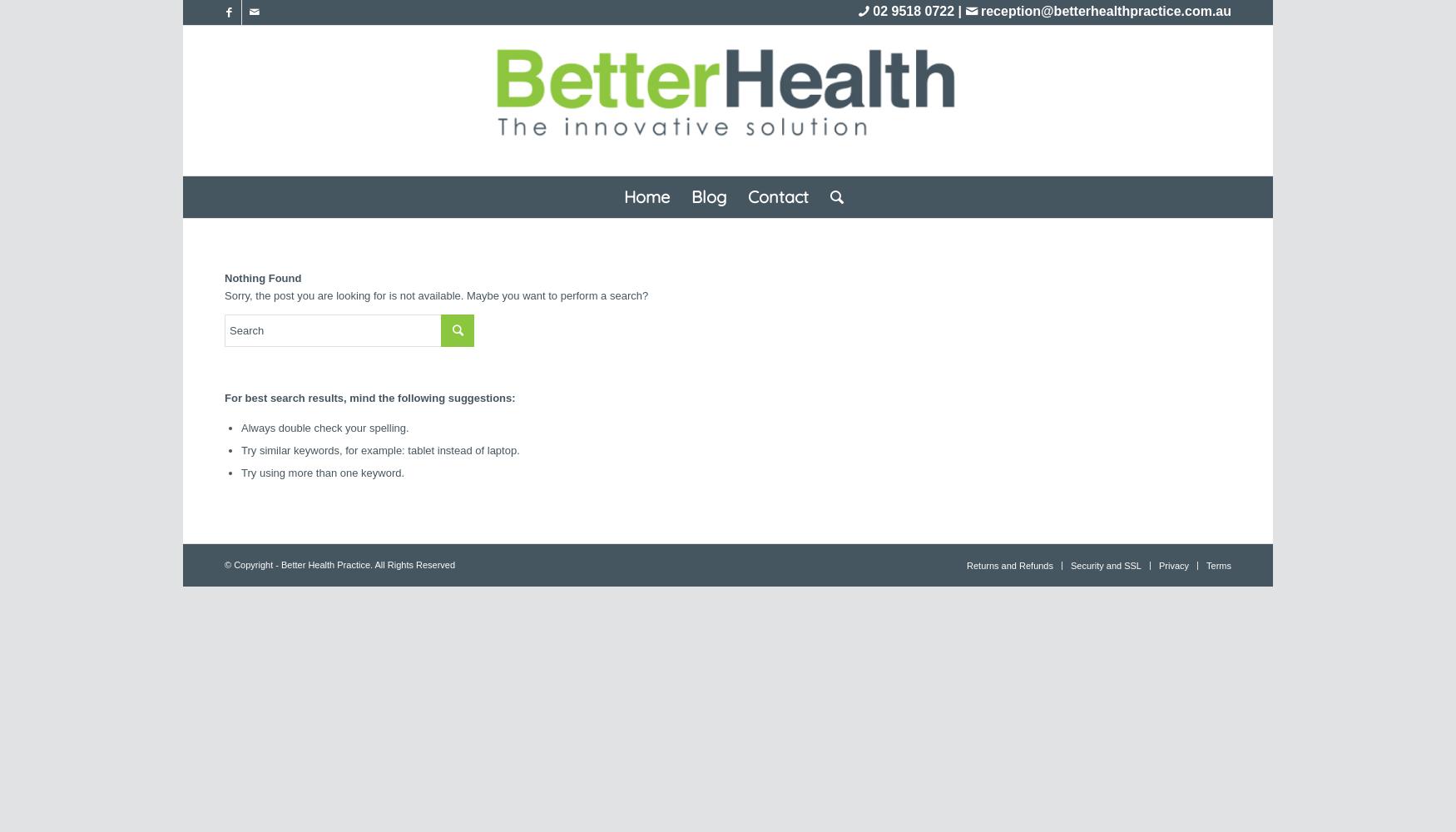  Describe the element at coordinates (916, 11) in the screenshot. I see `'02 9518 0722 |'` at that location.